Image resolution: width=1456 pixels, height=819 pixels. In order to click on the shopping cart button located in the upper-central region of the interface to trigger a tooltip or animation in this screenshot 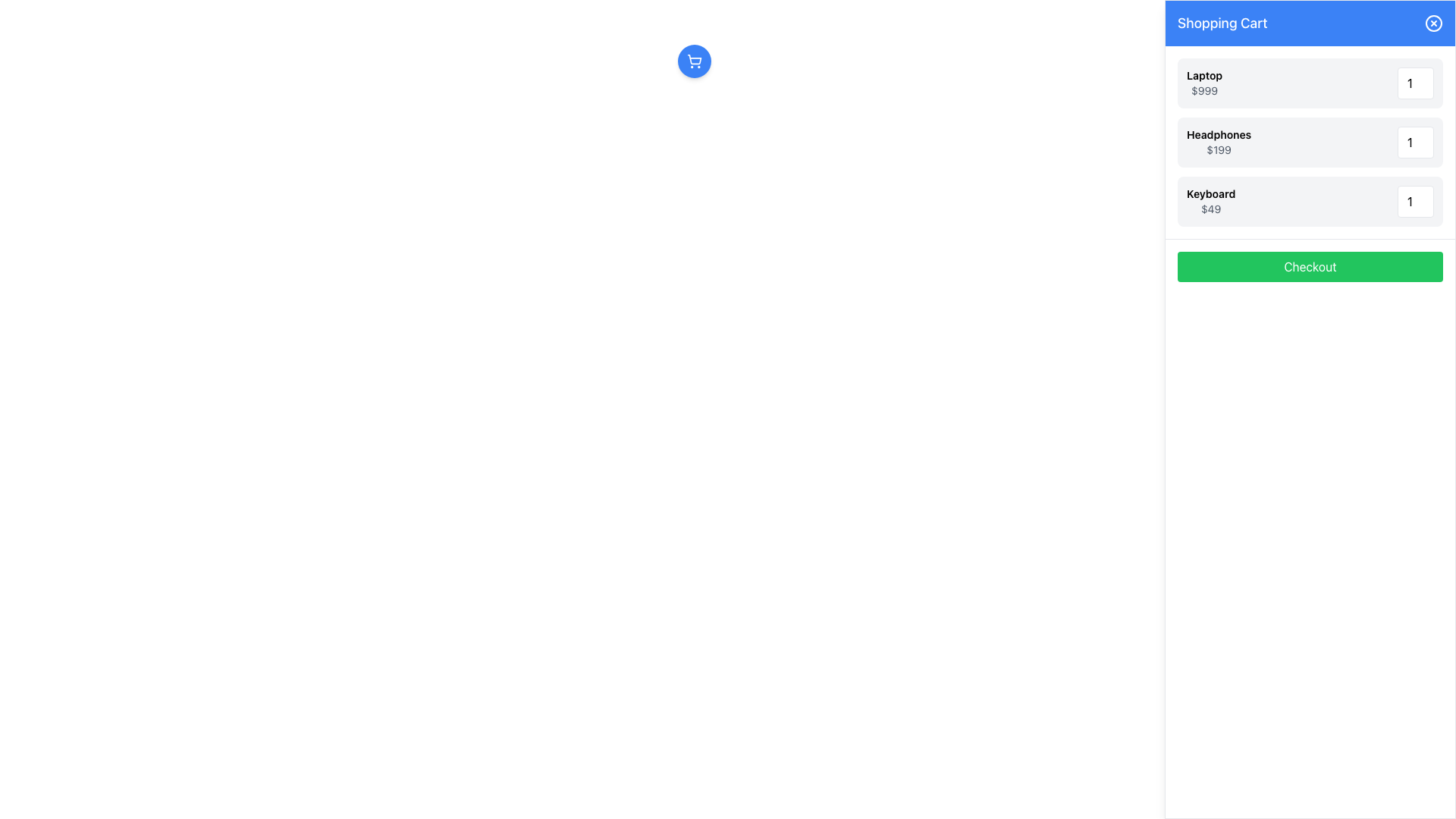, I will do `click(693, 61)`.